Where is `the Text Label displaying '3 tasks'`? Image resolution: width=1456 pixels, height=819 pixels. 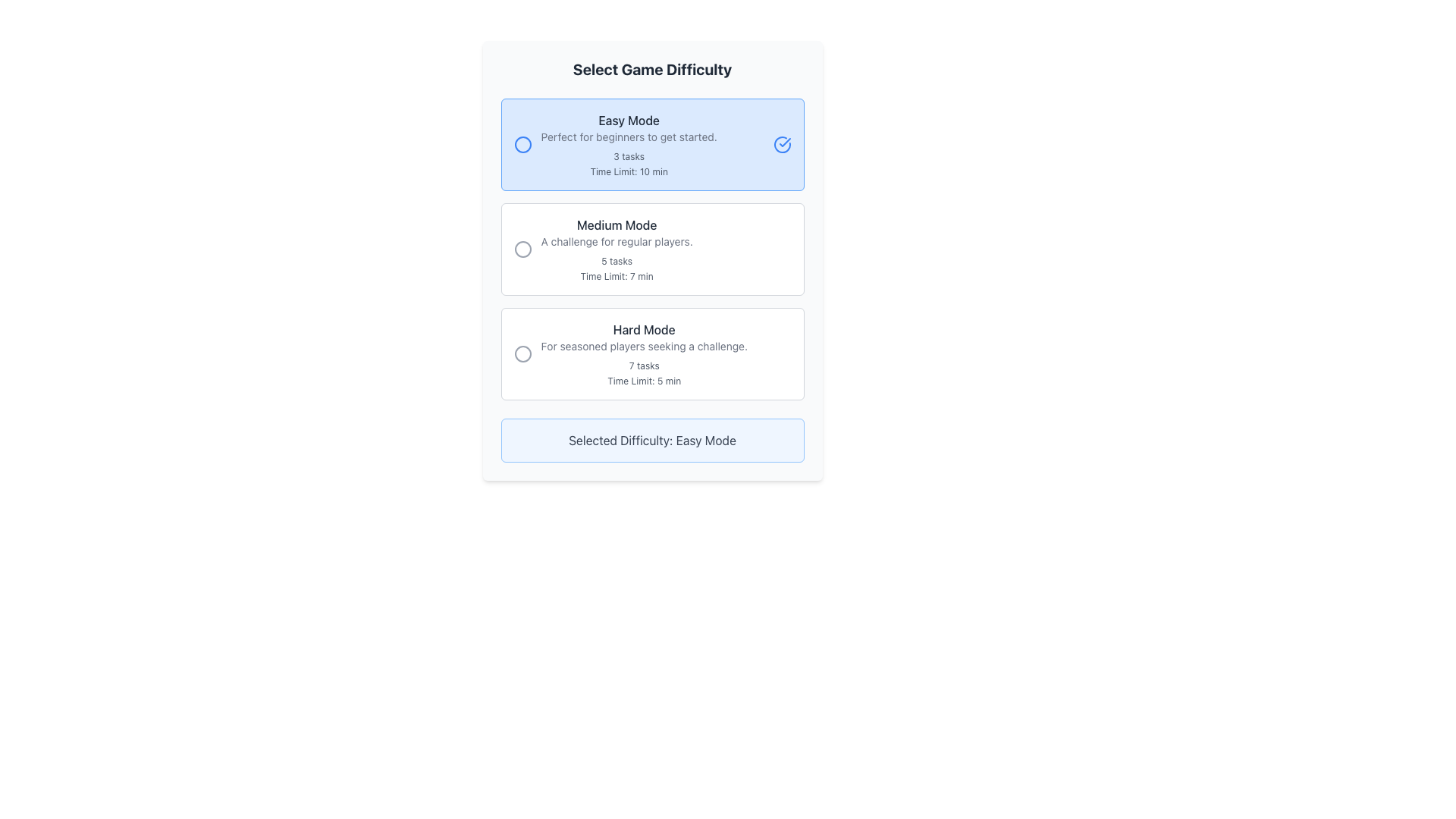 the Text Label displaying '3 tasks' is located at coordinates (629, 157).